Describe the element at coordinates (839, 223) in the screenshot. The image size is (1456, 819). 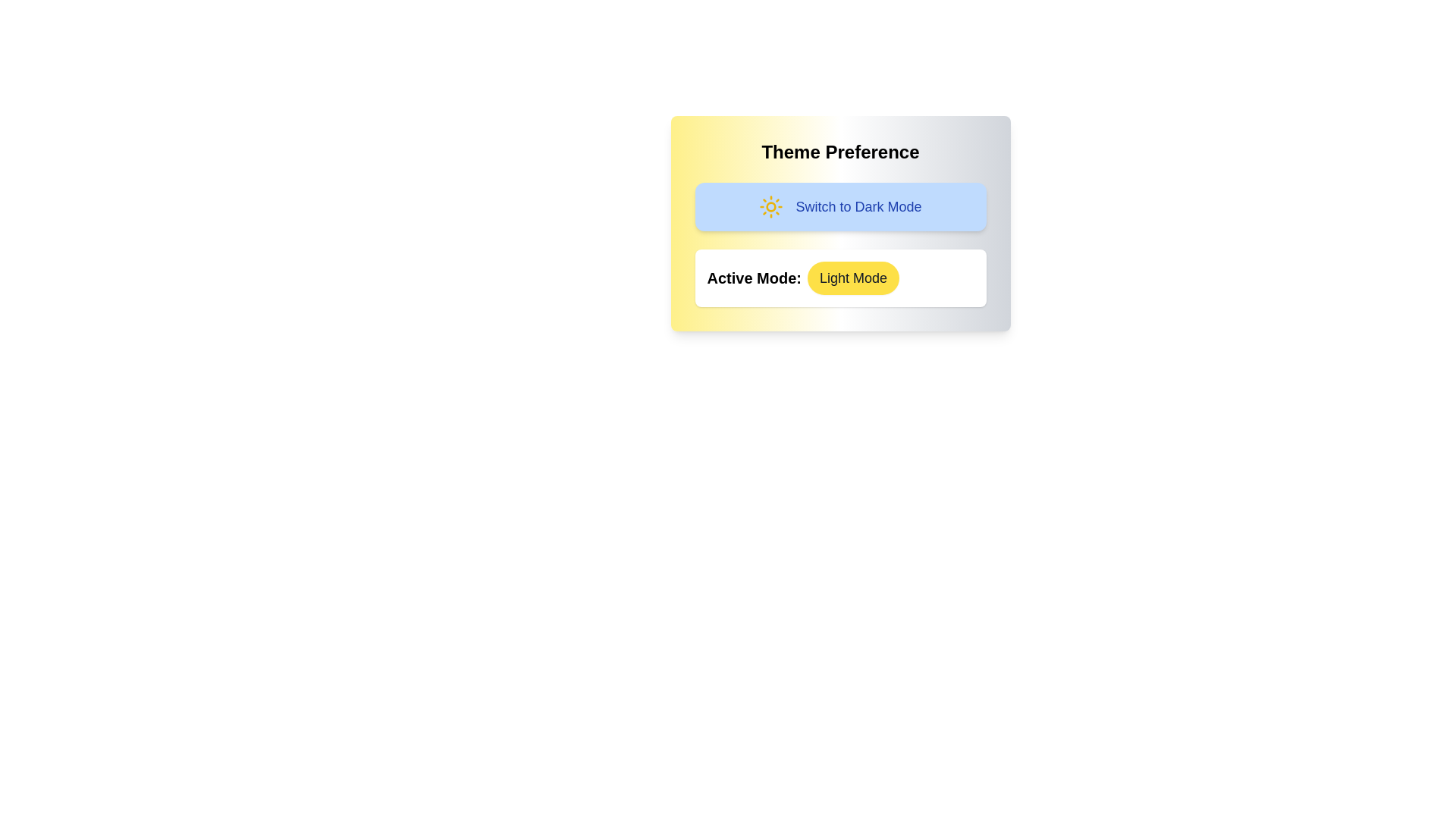
I see `the 'Switch to Dark Mode' button in the Theme Preference section` at that location.